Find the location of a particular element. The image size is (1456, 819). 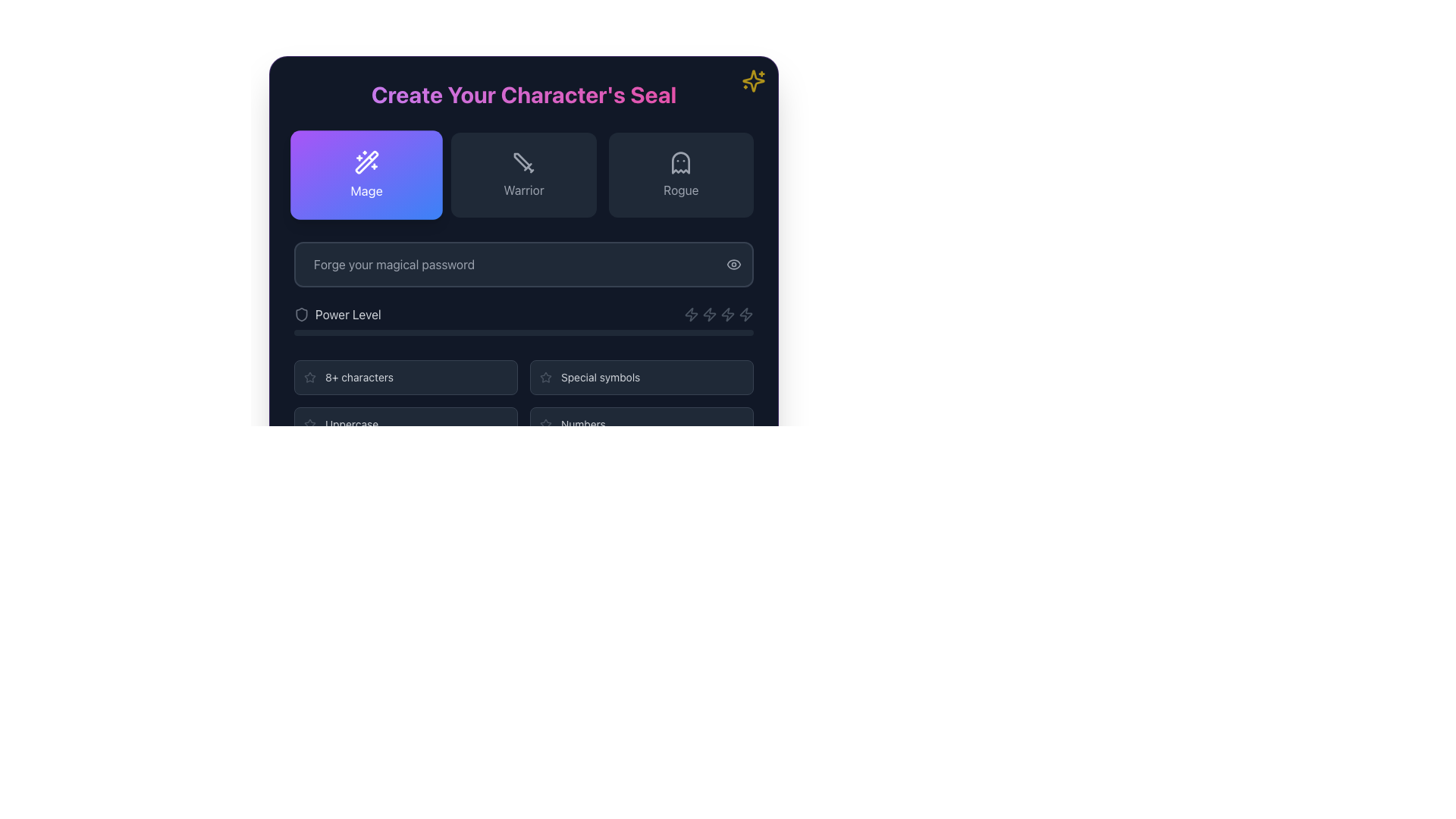

the lightning bolt icon, which is the seventh in a series of horizontally aligned icons located at the bottom right of a password input field is located at coordinates (745, 314).